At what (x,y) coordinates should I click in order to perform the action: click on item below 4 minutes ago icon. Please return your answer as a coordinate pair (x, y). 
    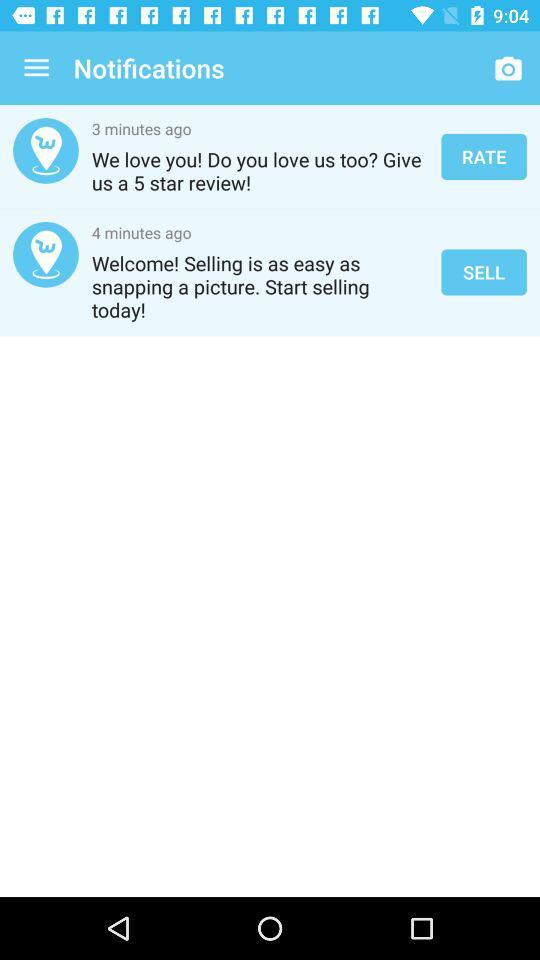
    Looking at the image, I should click on (260, 285).